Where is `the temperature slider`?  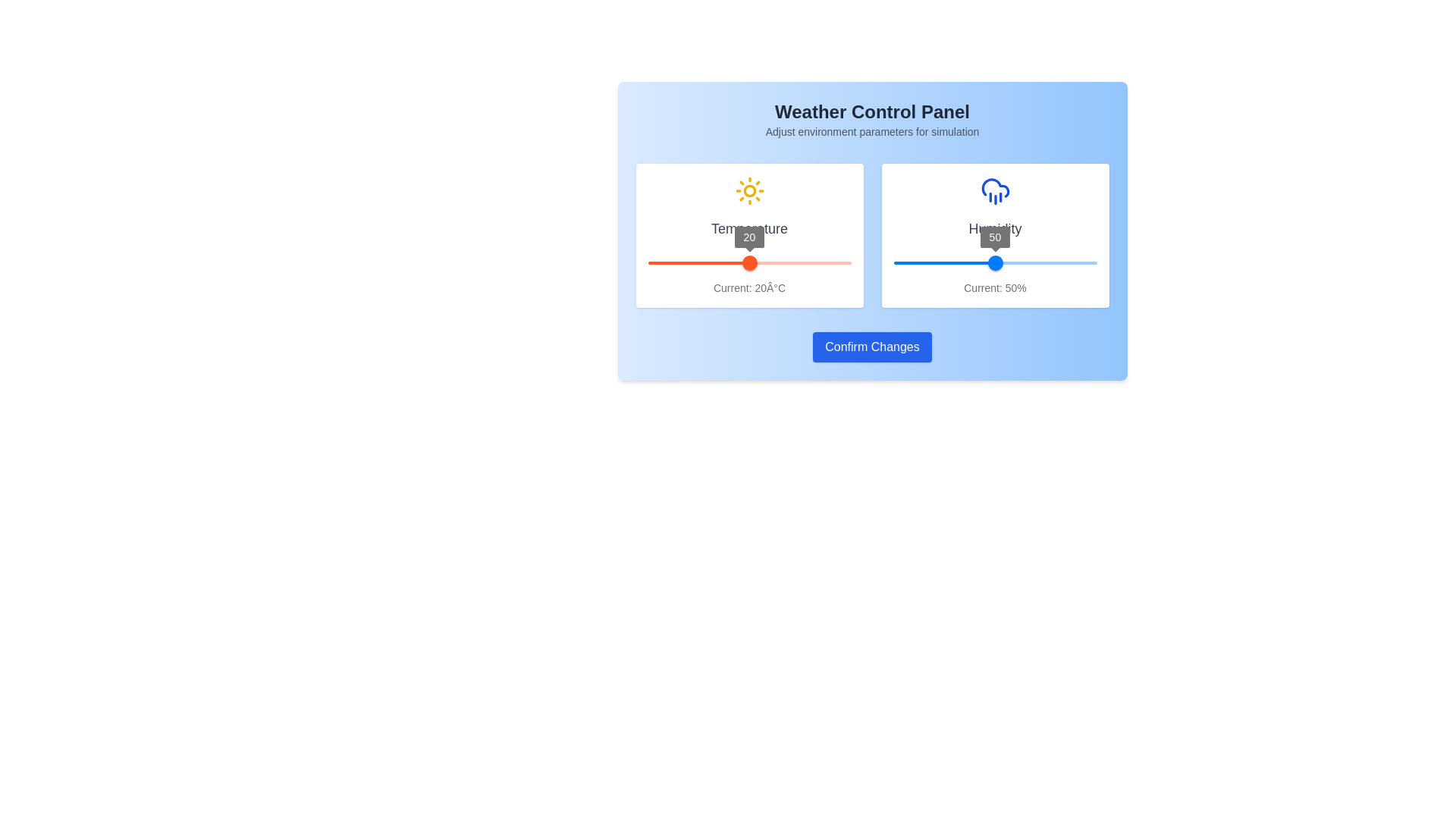
the temperature slider is located at coordinates (832, 262).